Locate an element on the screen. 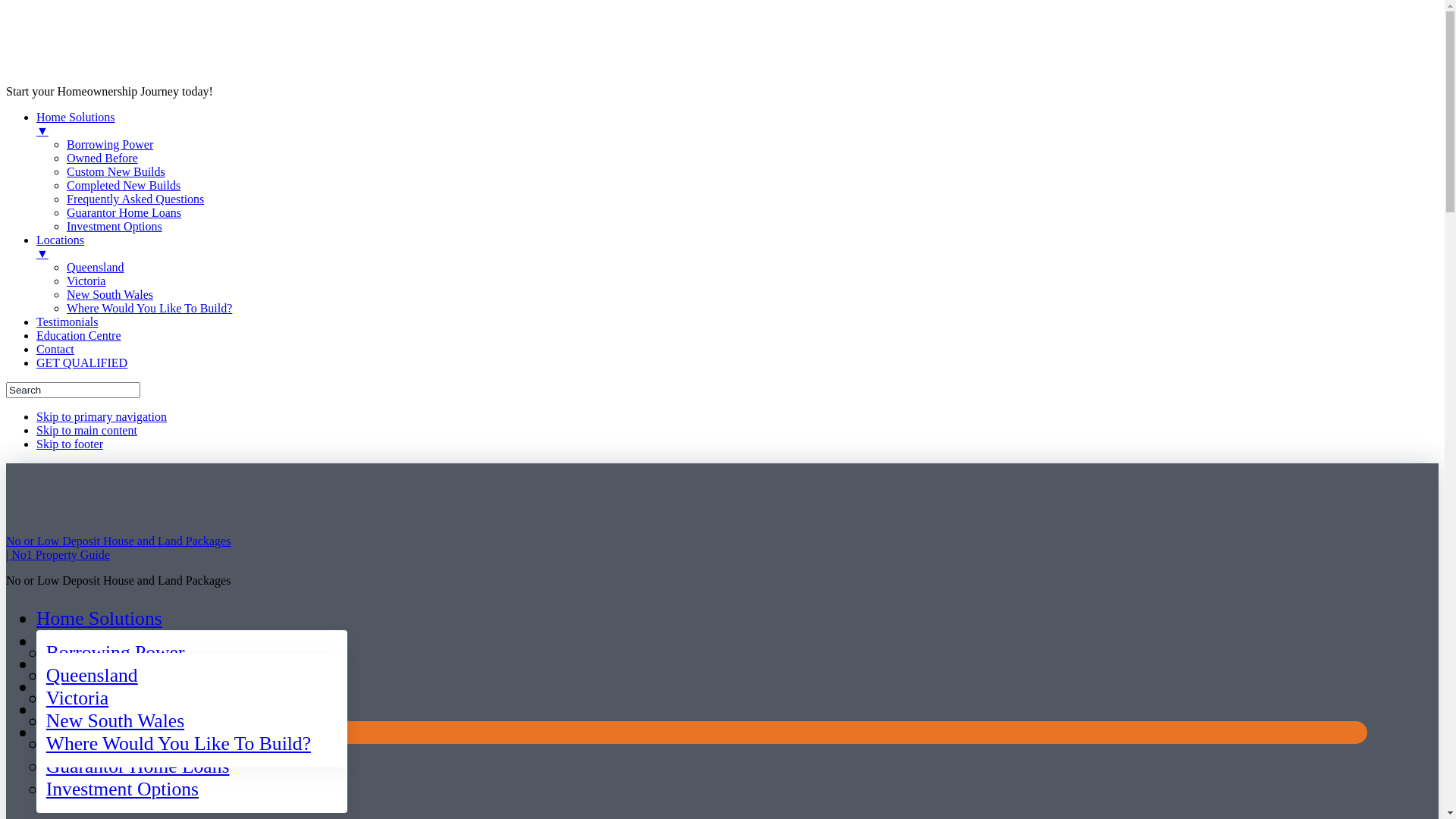 The width and height of the screenshot is (1456, 819). 'Frequently Asked Questions' is located at coordinates (135, 198).